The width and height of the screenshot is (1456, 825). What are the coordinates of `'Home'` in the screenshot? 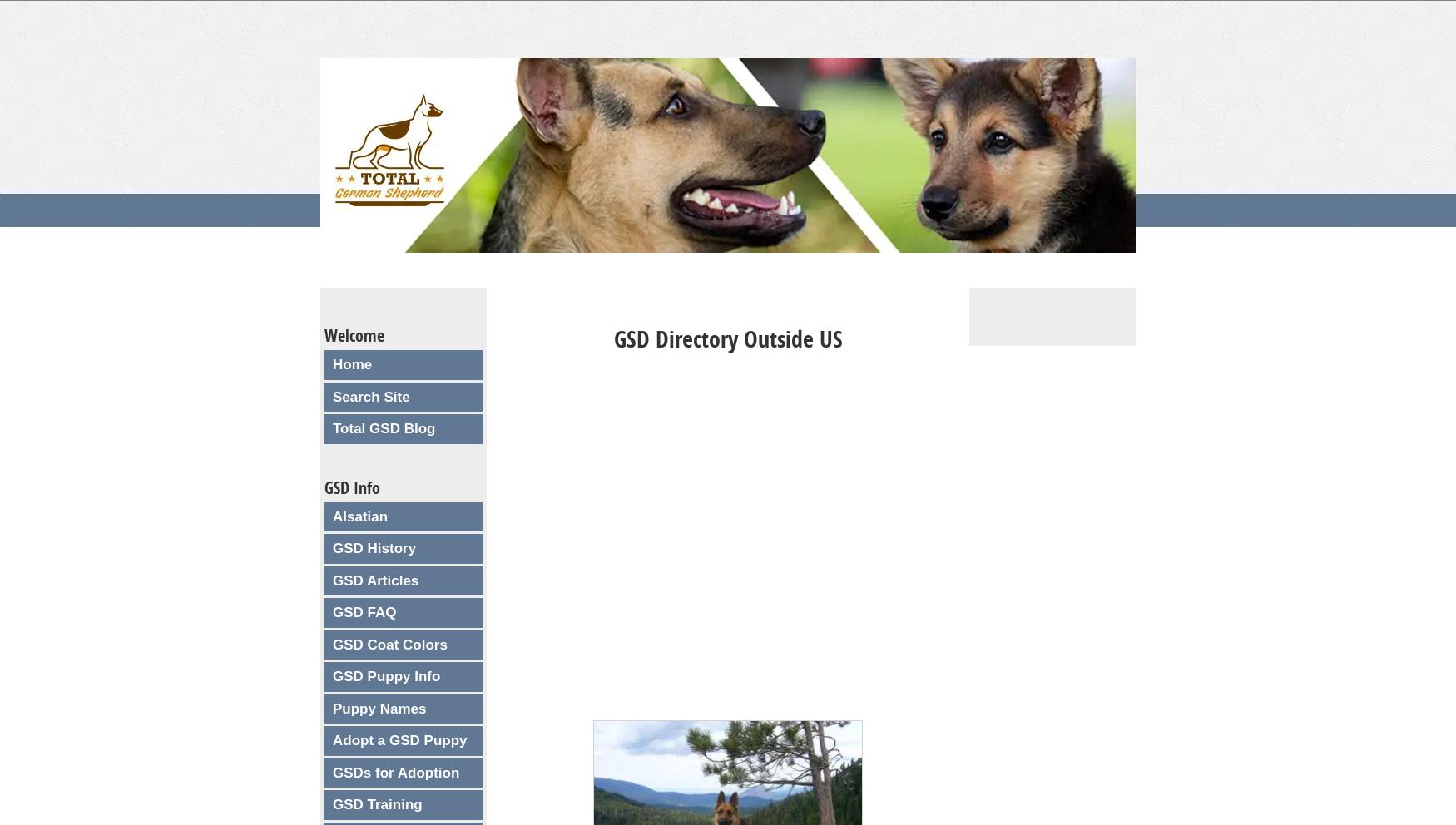 It's located at (351, 363).